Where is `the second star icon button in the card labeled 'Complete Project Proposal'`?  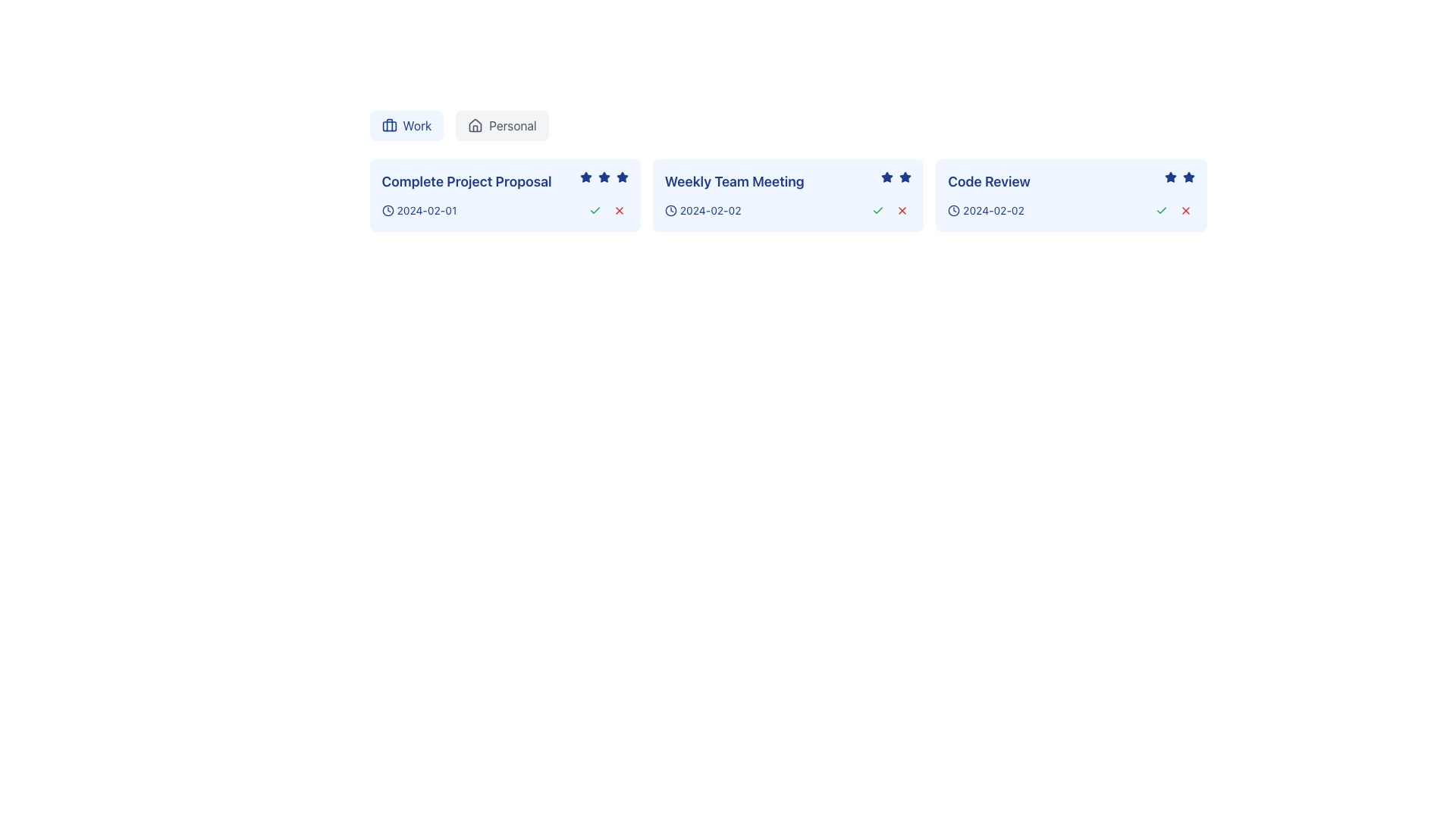 the second star icon button in the card labeled 'Complete Project Proposal' is located at coordinates (622, 176).